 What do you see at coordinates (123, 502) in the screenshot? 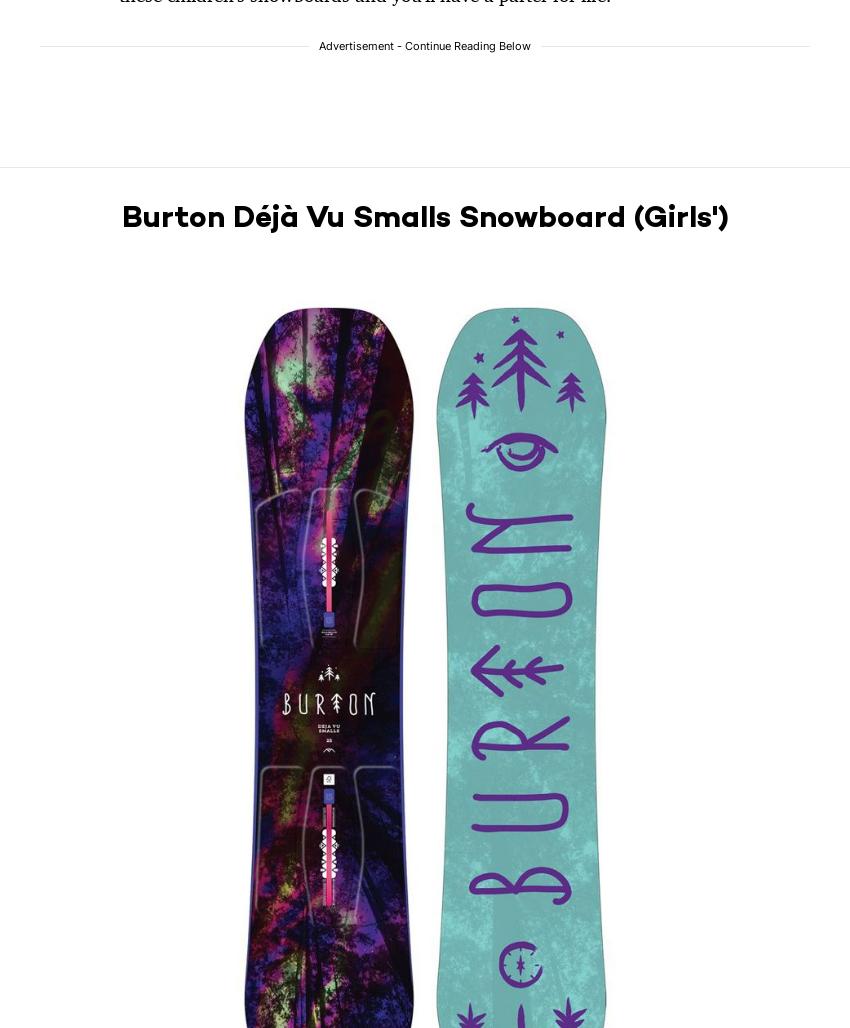
I see `'11 Best Ski Pants and Bibs for Men'` at bounding box center [123, 502].